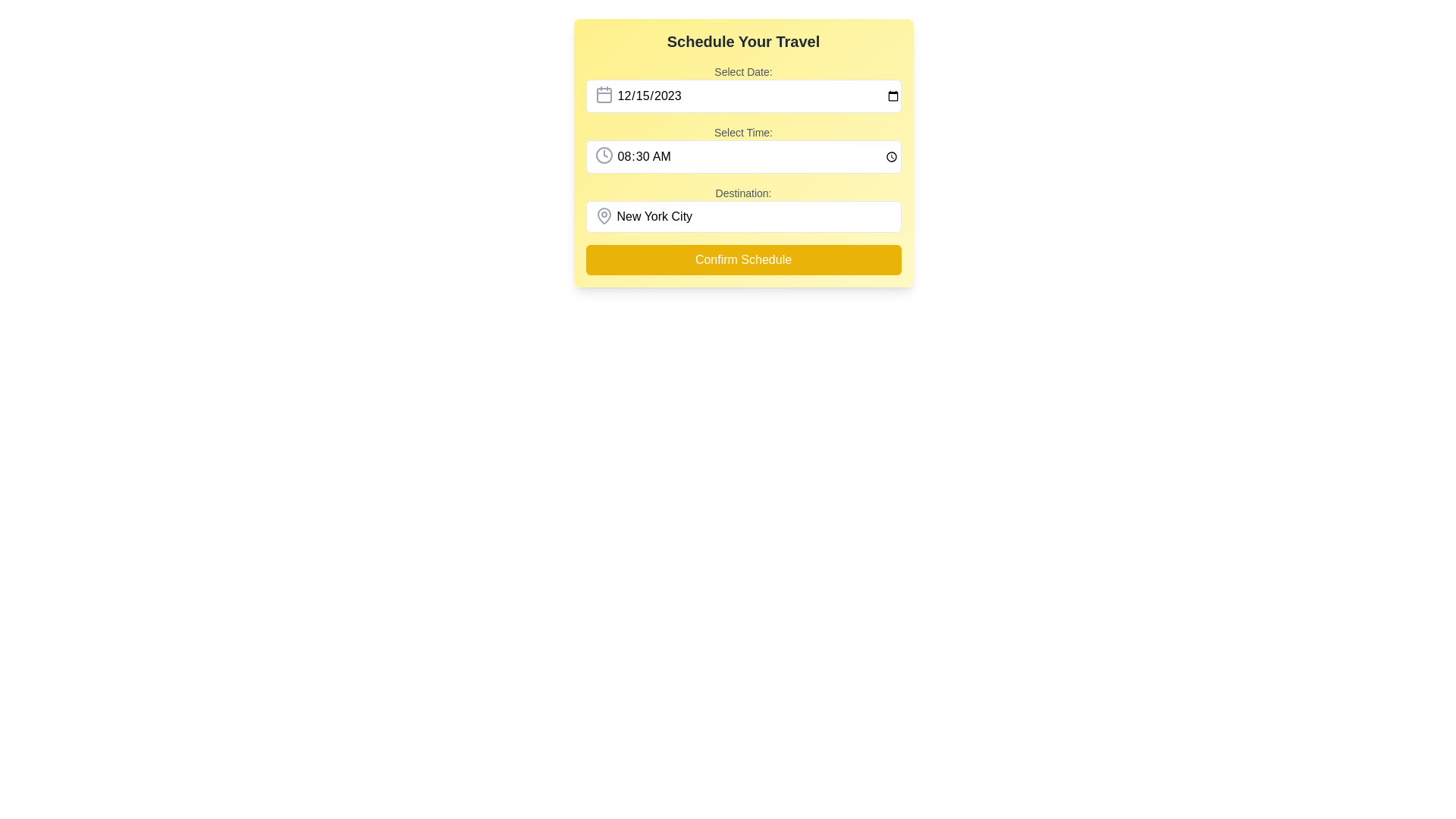 The image size is (1456, 819). Describe the element at coordinates (743, 192) in the screenshot. I see `the text label that reads 'Destination:', styled with a small, gray font, which is positioned directly above the destination input field in the travel scheduling UI` at that location.